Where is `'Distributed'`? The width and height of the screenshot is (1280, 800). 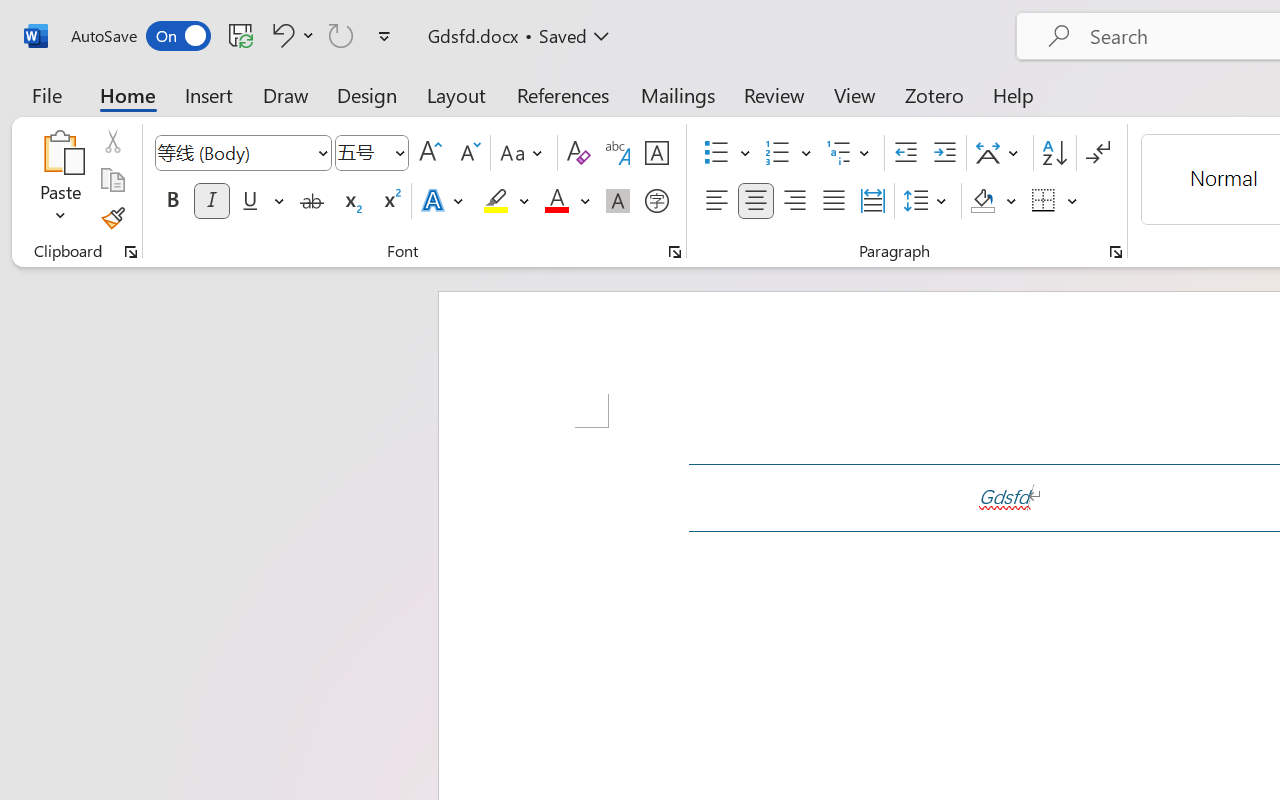
'Distributed' is located at coordinates (872, 201).